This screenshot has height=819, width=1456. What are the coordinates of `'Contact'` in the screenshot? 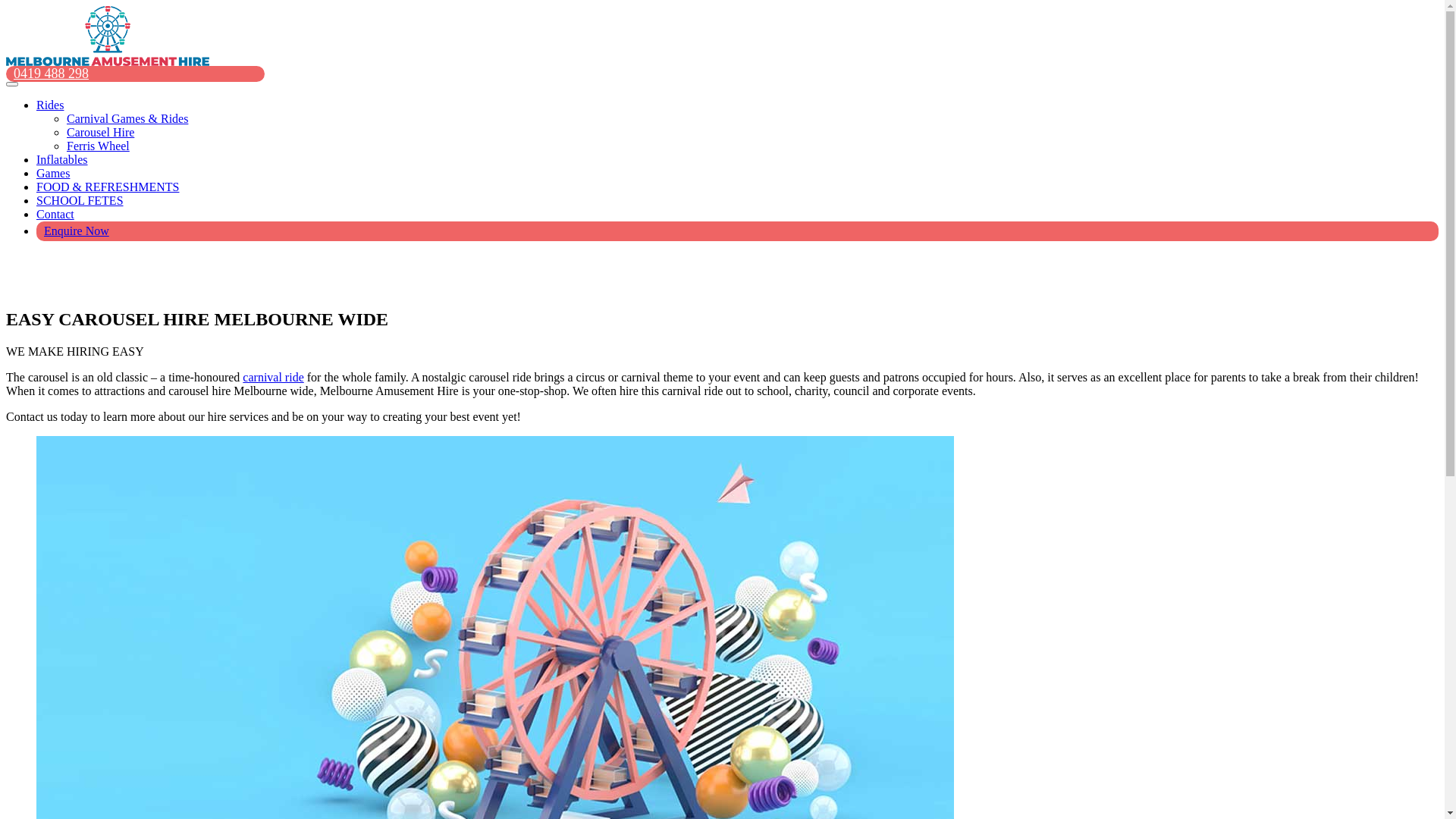 It's located at (36, 214).